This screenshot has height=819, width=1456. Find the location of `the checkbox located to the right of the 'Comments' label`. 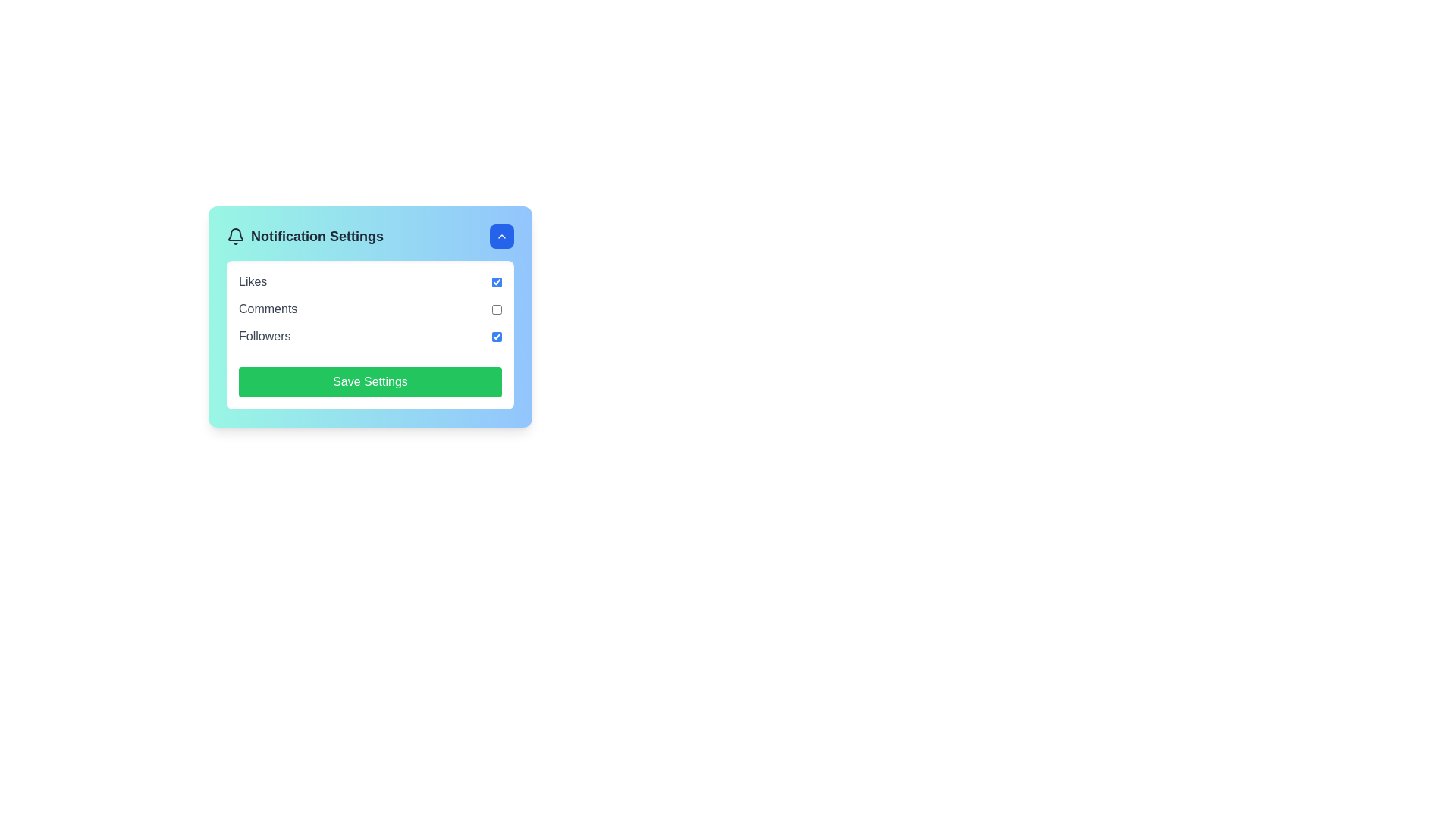

the checkbox located to the right of the 'Comments' label is located at coordinates (497, 309).